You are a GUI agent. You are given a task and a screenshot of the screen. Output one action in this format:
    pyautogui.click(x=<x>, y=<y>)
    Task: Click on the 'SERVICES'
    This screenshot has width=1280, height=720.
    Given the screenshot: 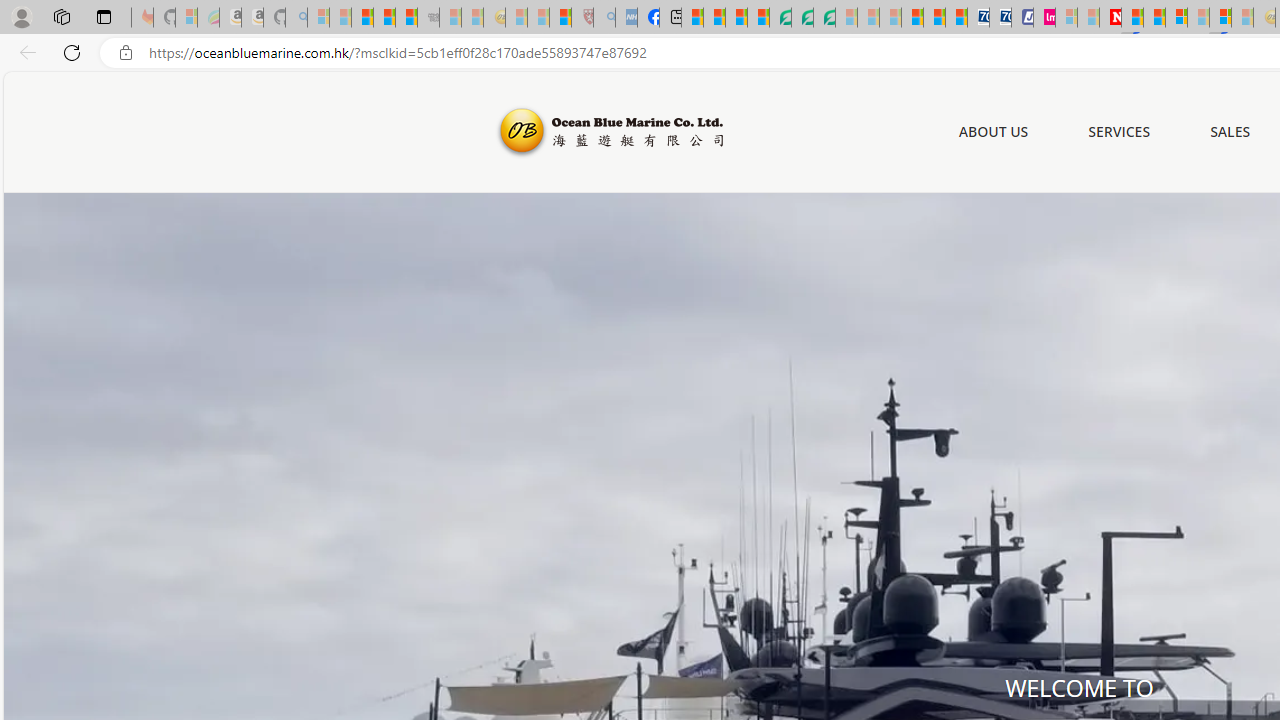 What is the action you would take?
    pyautogui.click(x=1120, y=132)
    